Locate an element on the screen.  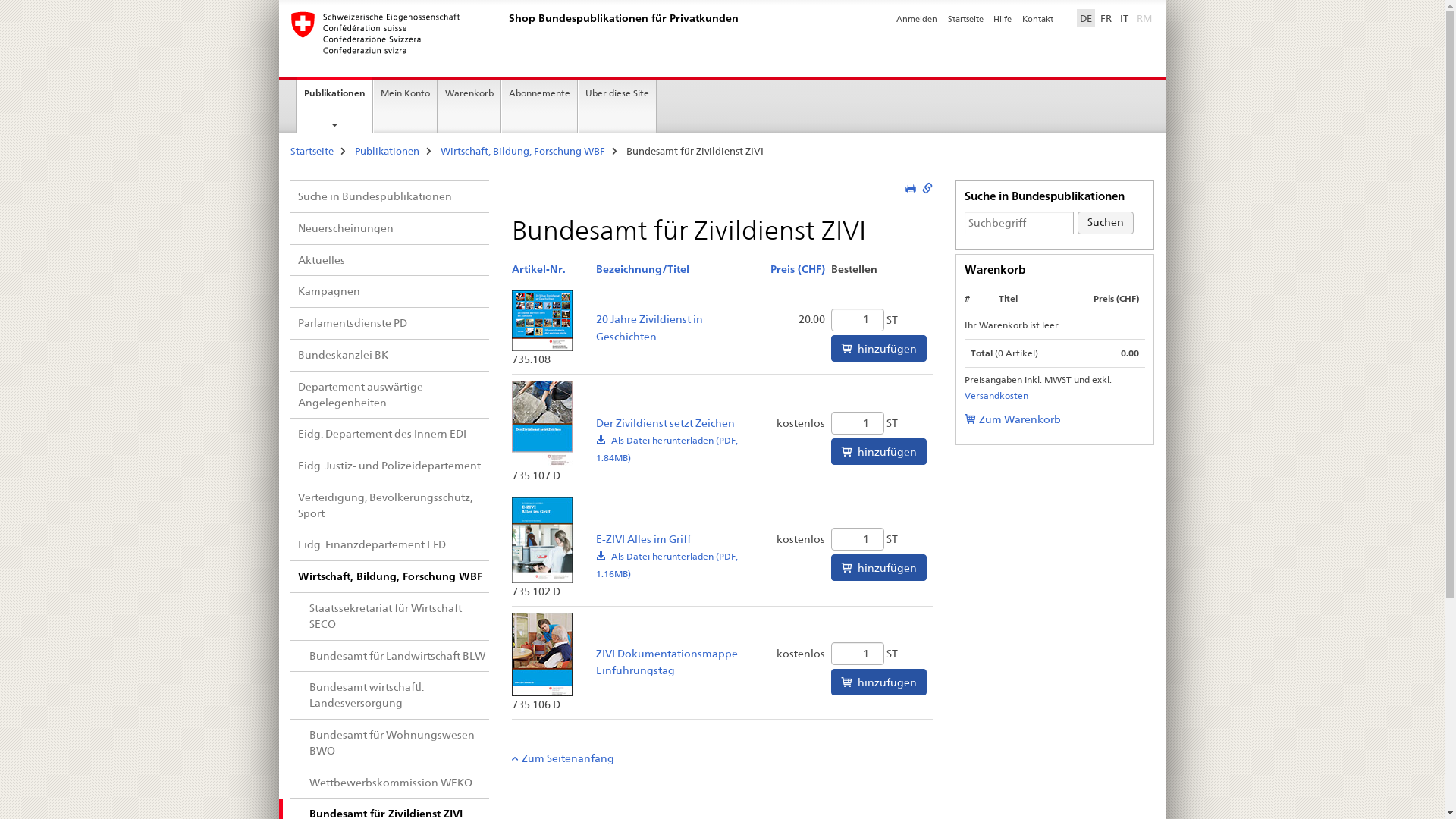
'Zum Seitenanfang' is located at coordinates (512, 758).